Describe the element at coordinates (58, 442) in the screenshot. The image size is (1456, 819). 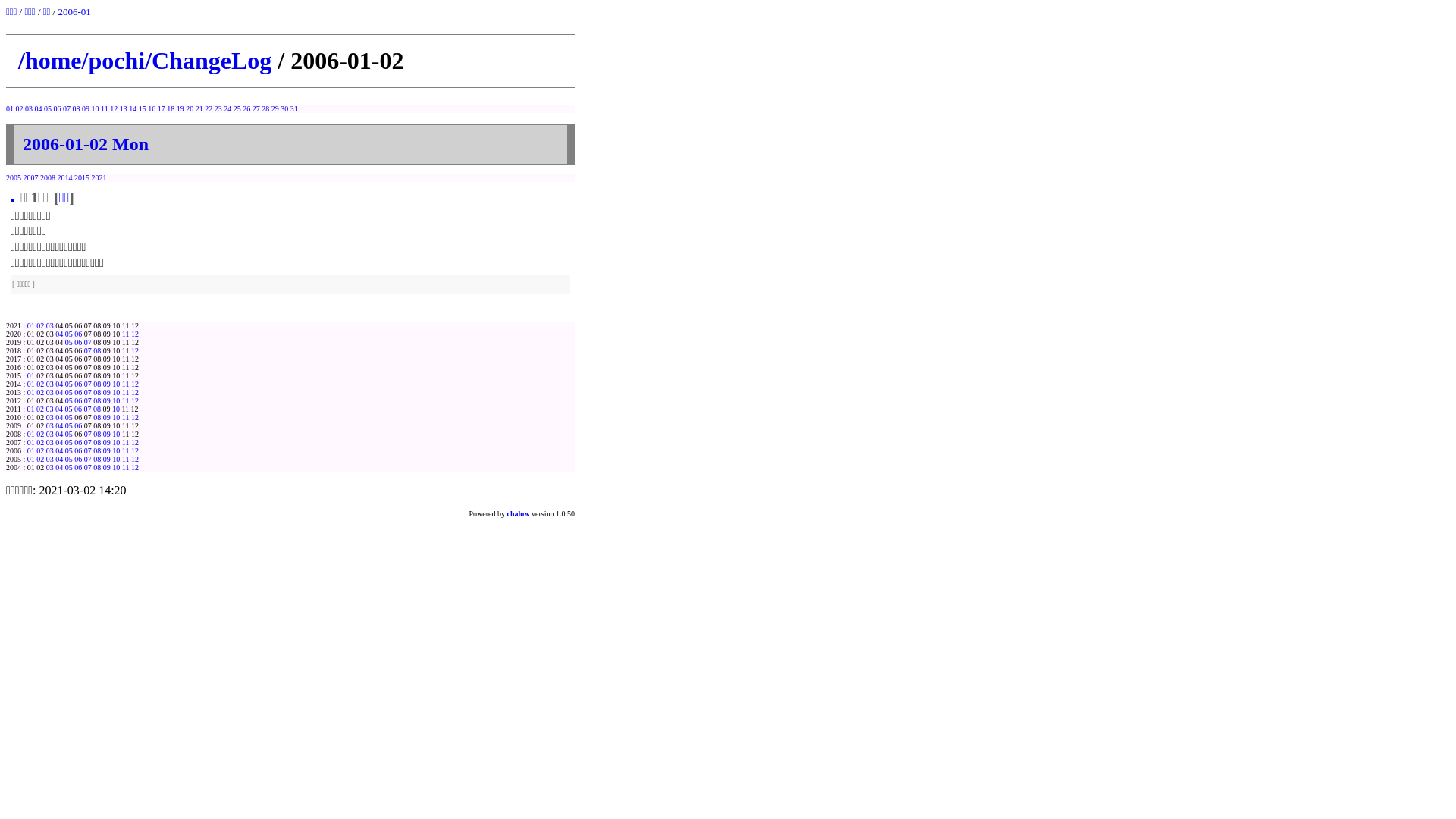
I see `'04'` at that location.